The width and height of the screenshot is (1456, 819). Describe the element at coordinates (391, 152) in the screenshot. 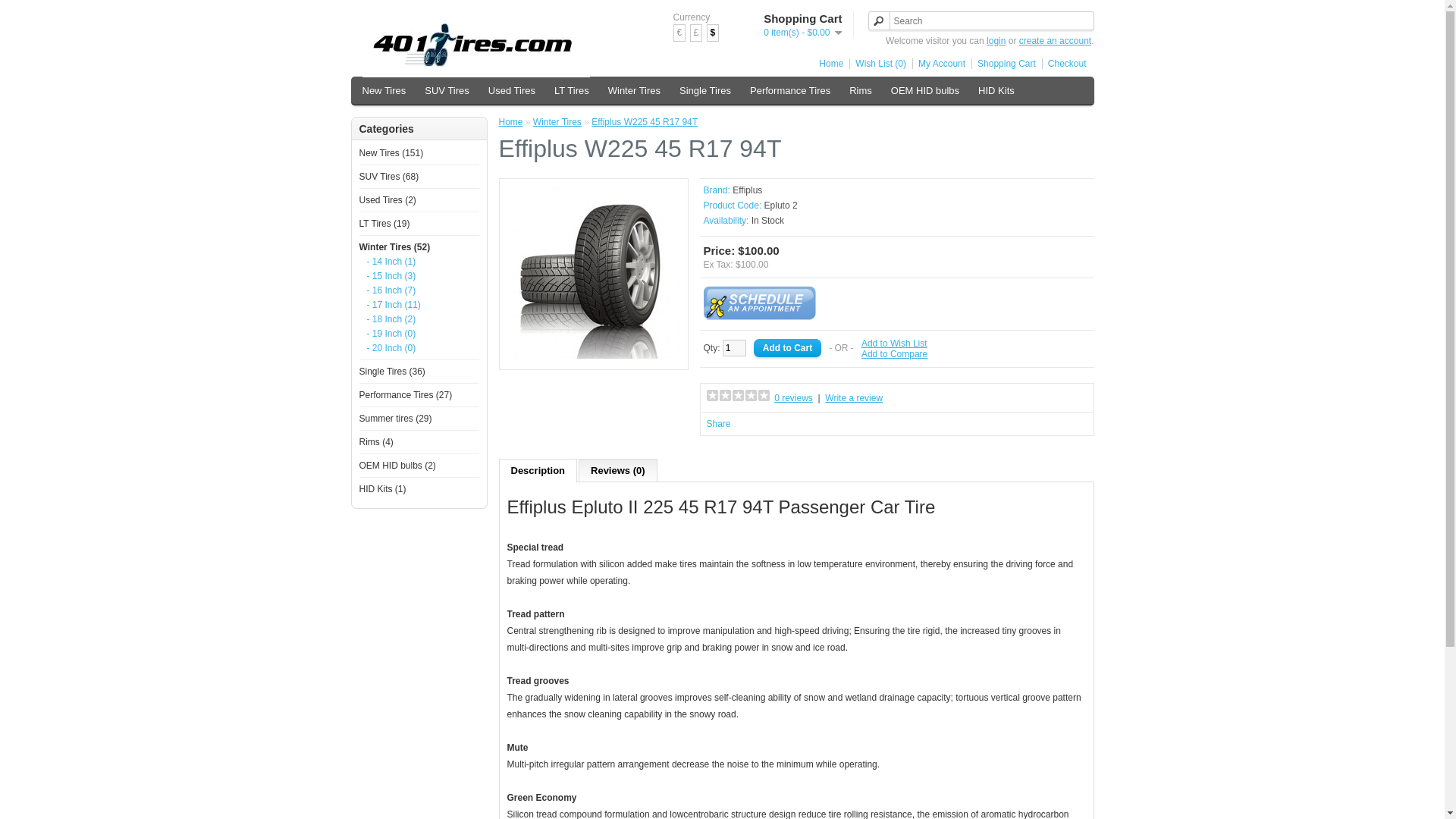

I see `'New Tires (151)'` at that location.